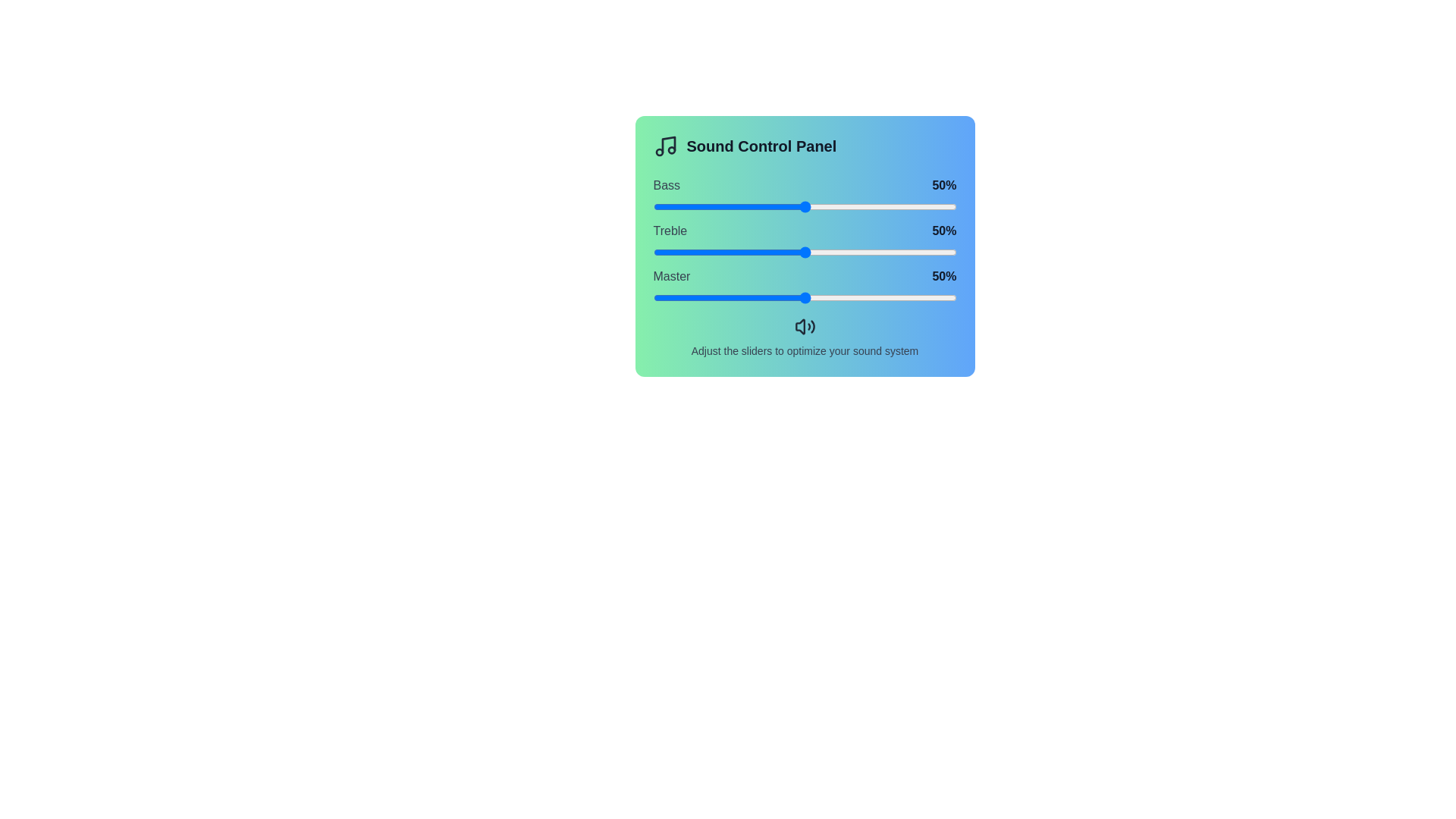 The width and height of the screenshot is (1456, 819). Describe the element at coordinates (834, 207) in the screenshot. I see `the Bass slider to 60%` at that location.